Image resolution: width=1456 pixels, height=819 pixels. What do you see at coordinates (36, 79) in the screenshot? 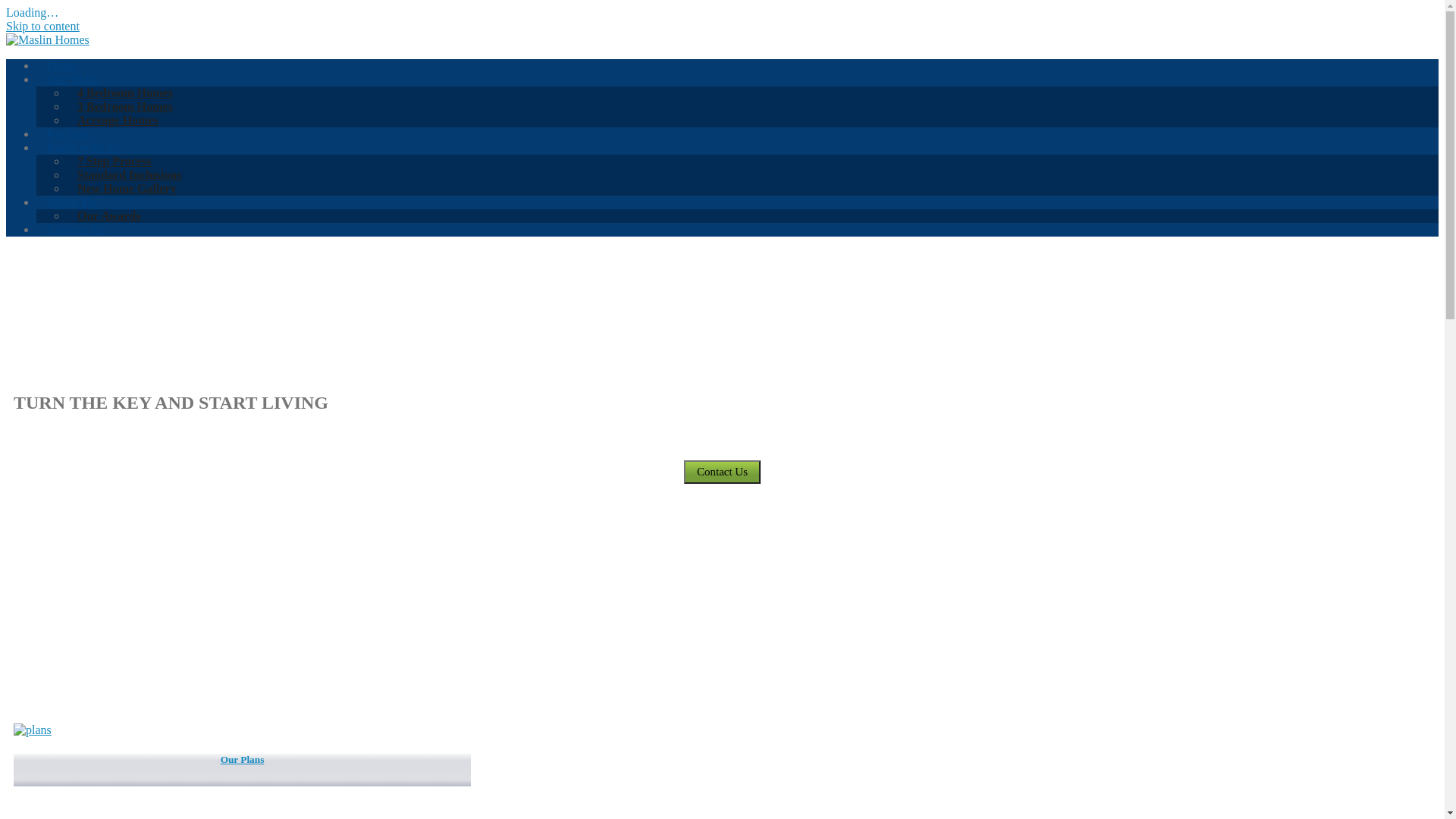
I see `'Our Plans'` at bounding box center [36, 79].